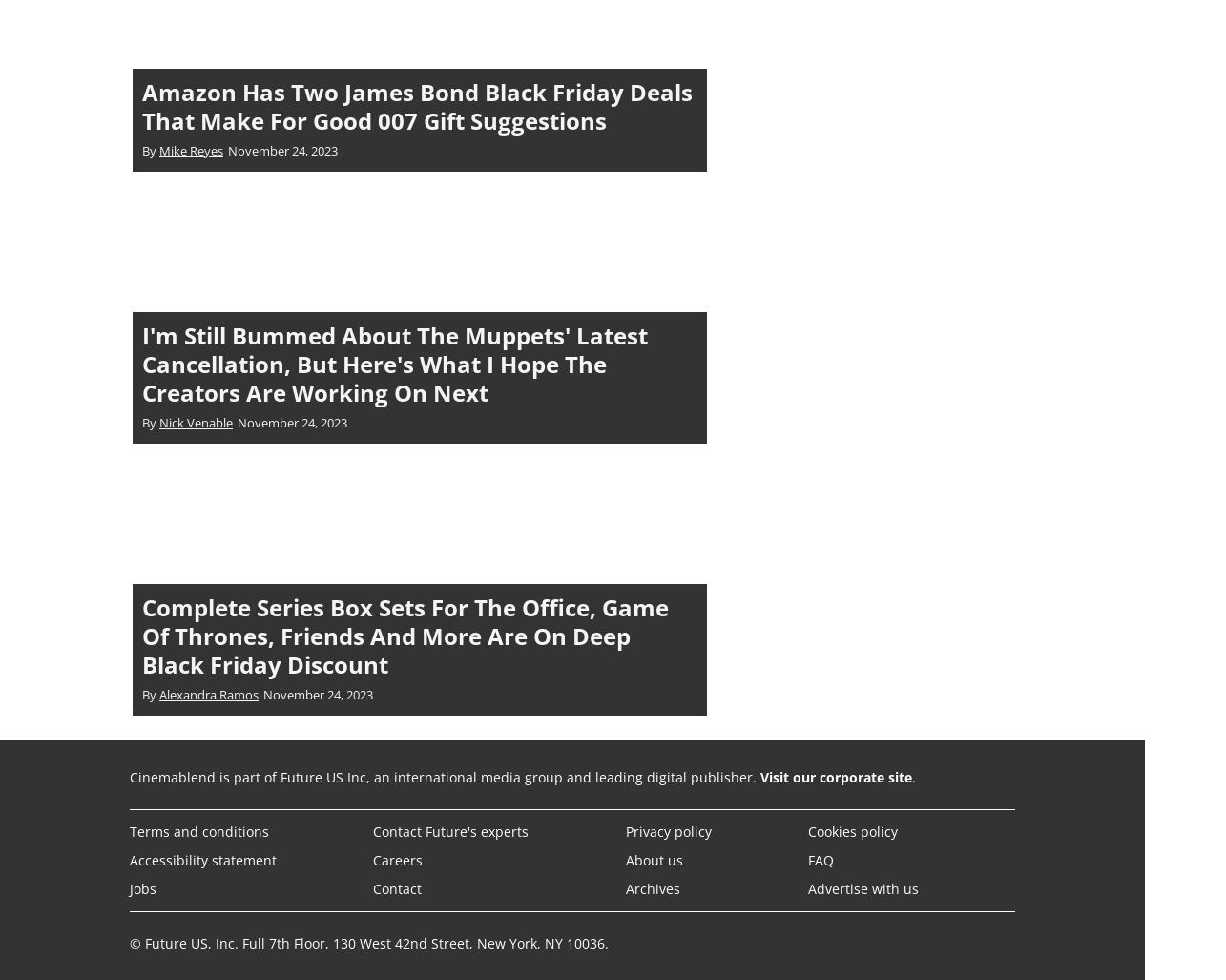  Describe the element at coordinates (368, 941) in the screenshot. I see `'©
Future US, Inc. Full 7th Floor, 130 West 42nd Street,
New York,
NY 10036.'` at that location.